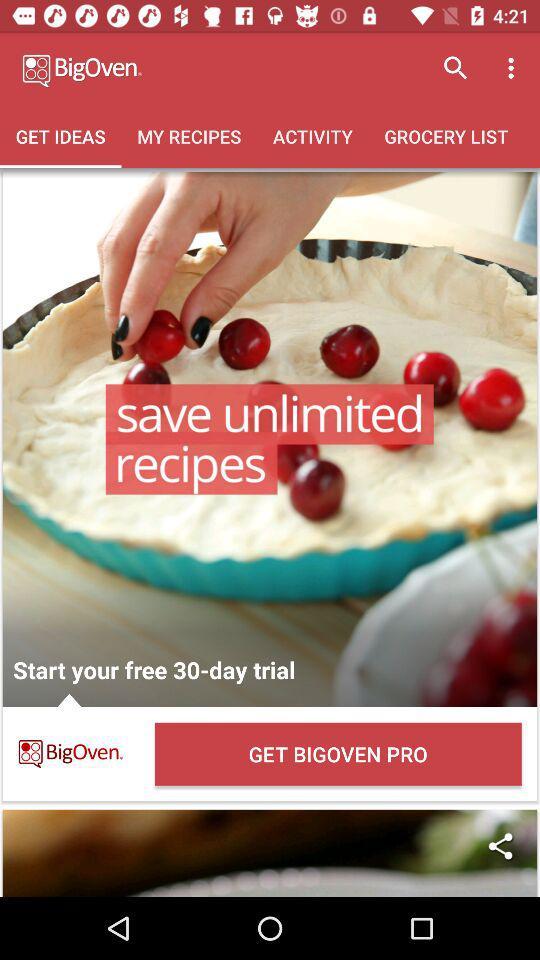 The width and height of the screenshot is (540, 960). What do you see at coordinates (499, 845) in the screenshot?
I see `item at the bottom right corner` at bounding box center [499, 845].